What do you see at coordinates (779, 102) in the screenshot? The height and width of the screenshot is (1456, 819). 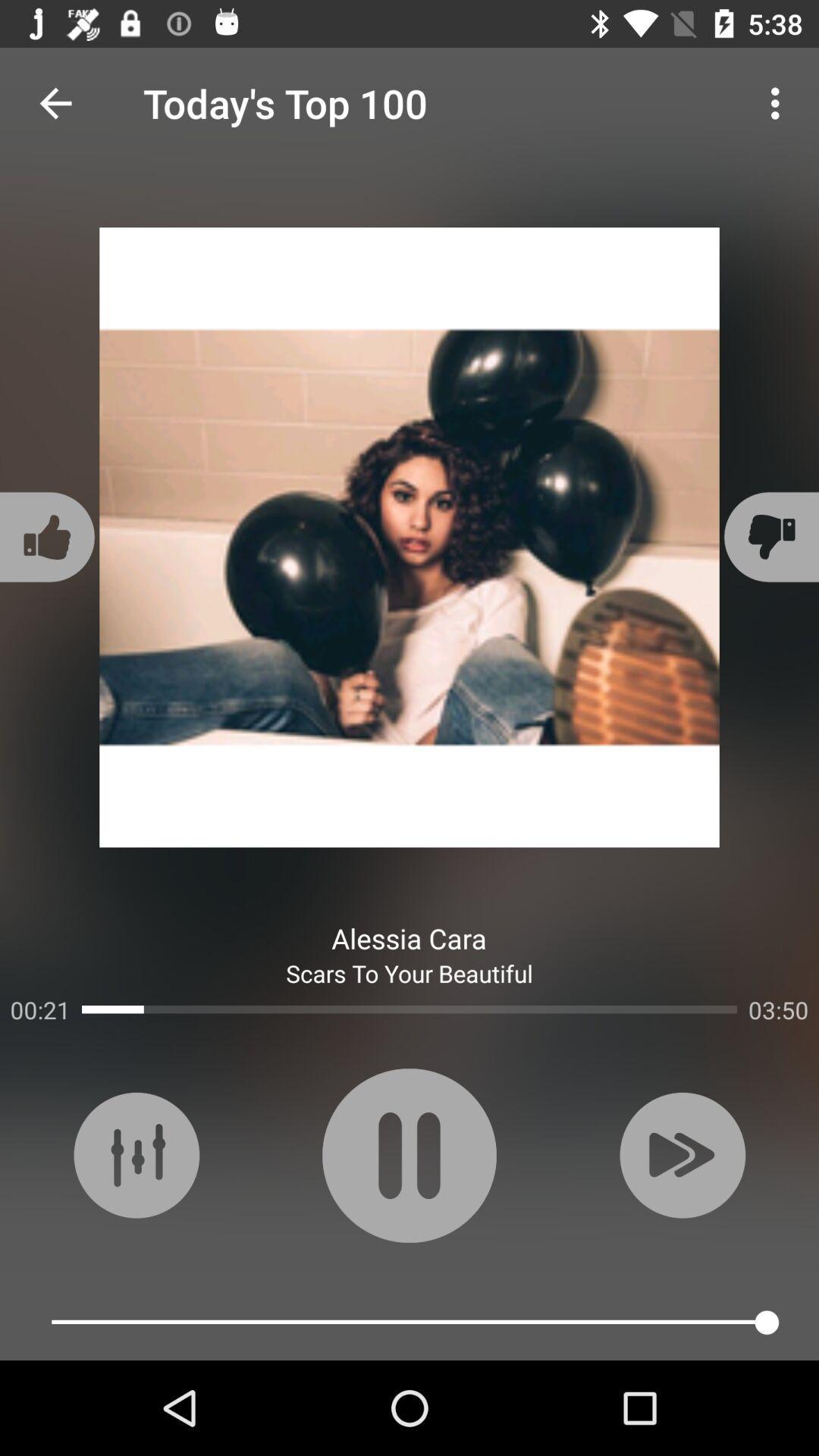 I see `icon at the top right corner` at bounding box center [779, 102].